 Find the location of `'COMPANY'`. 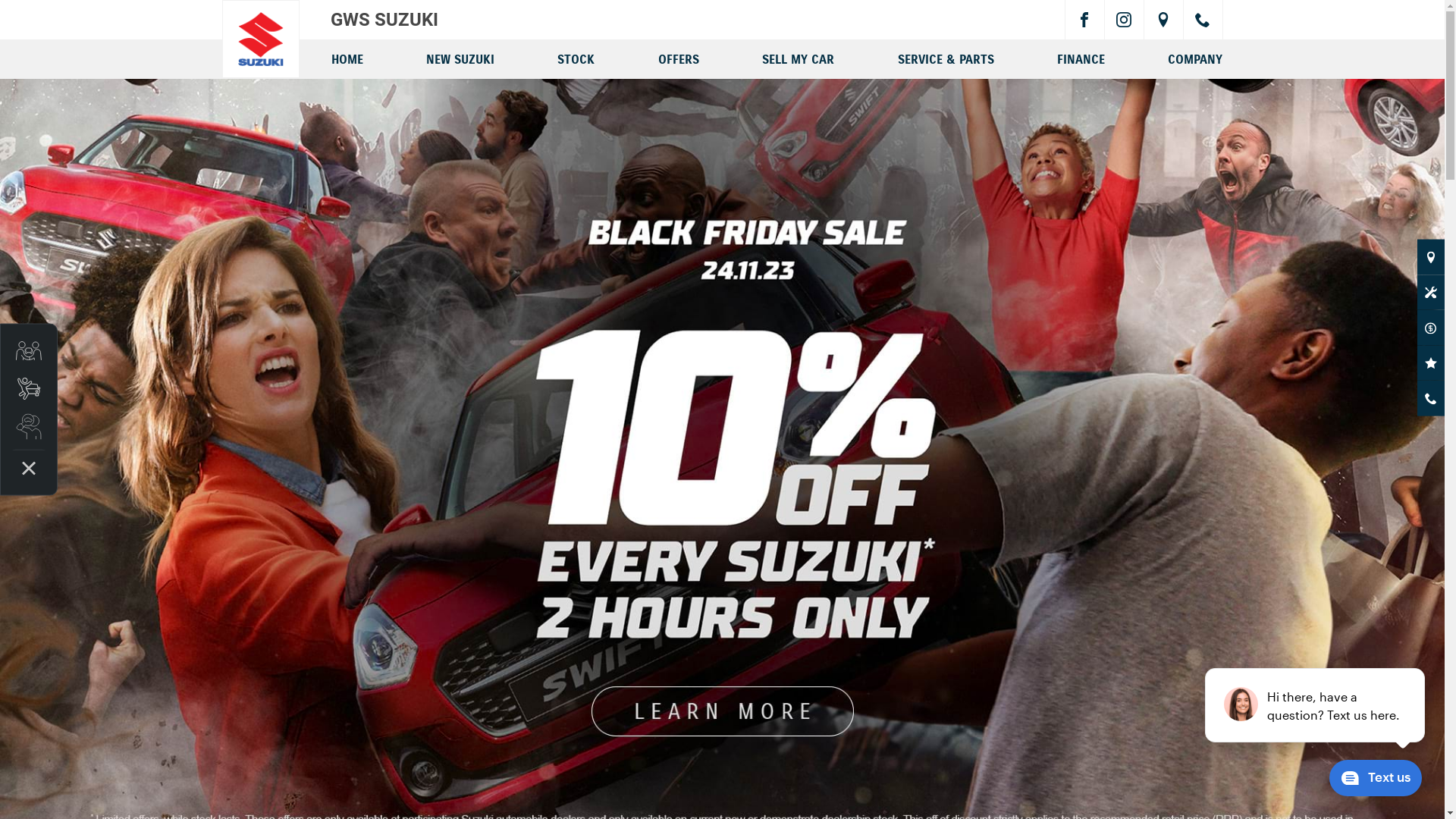

'COMPANY' is located at coordinates (1153, 58).